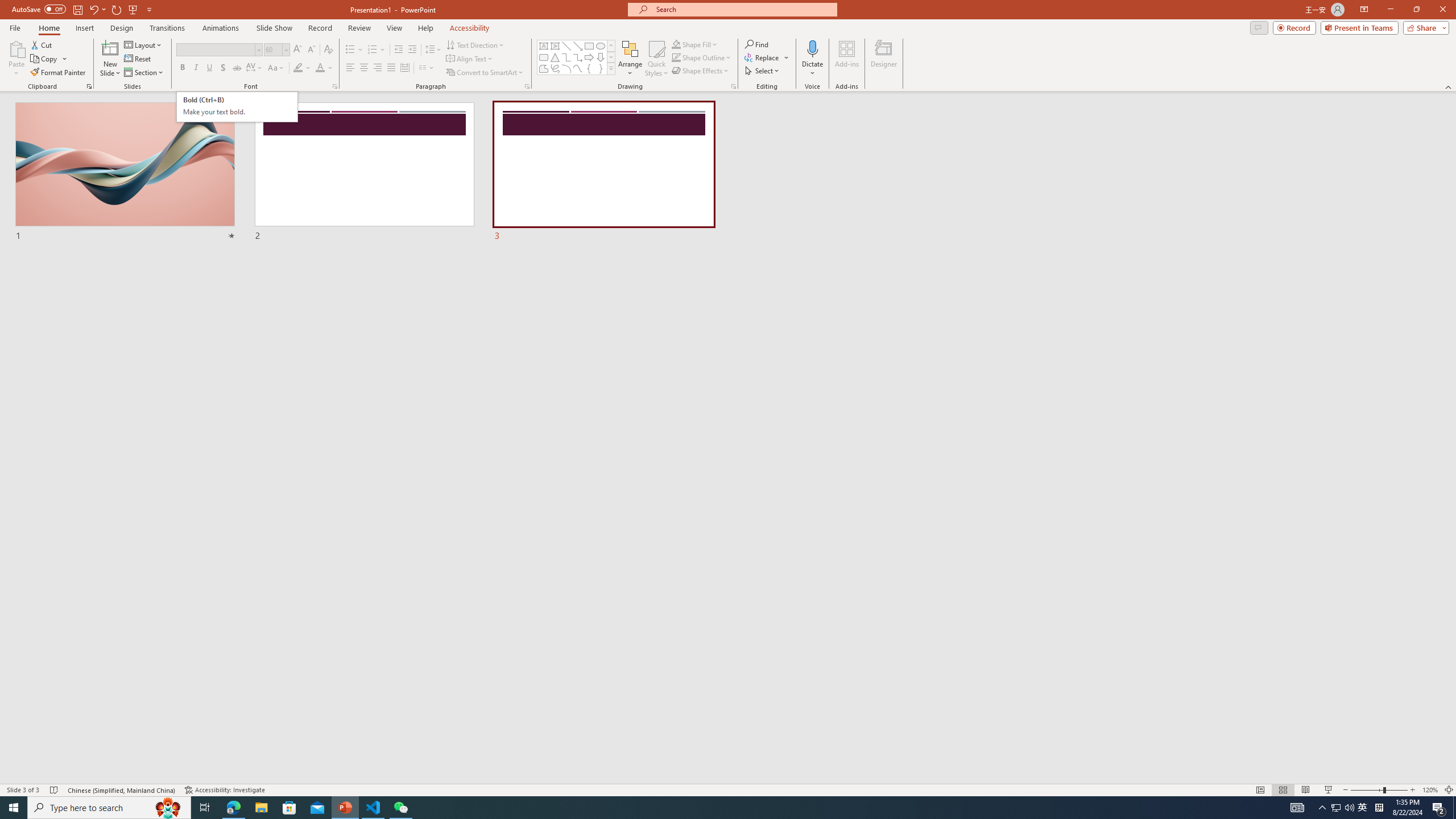 This screenshot has width=1456, height=819. Describe the element at coordinates (378, 67) in the screenshot. I see `'Align Right'` at that location.